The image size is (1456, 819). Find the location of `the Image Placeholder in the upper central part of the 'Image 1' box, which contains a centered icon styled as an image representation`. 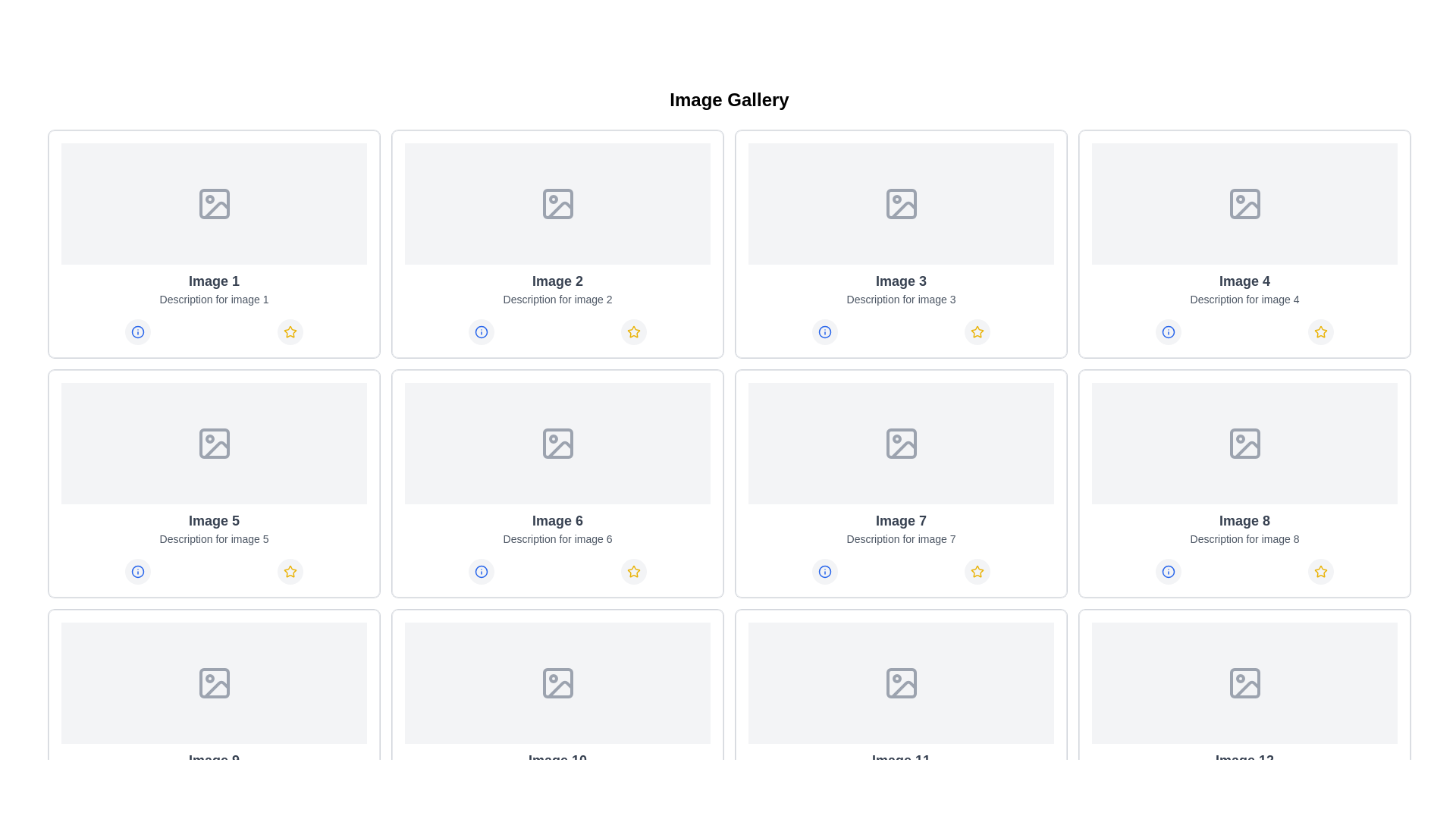

the Image Placeholder in the upper central part of the 'Image 1' box, which contains a centered icon styled as an image representation is located at coordinates (213, 203).